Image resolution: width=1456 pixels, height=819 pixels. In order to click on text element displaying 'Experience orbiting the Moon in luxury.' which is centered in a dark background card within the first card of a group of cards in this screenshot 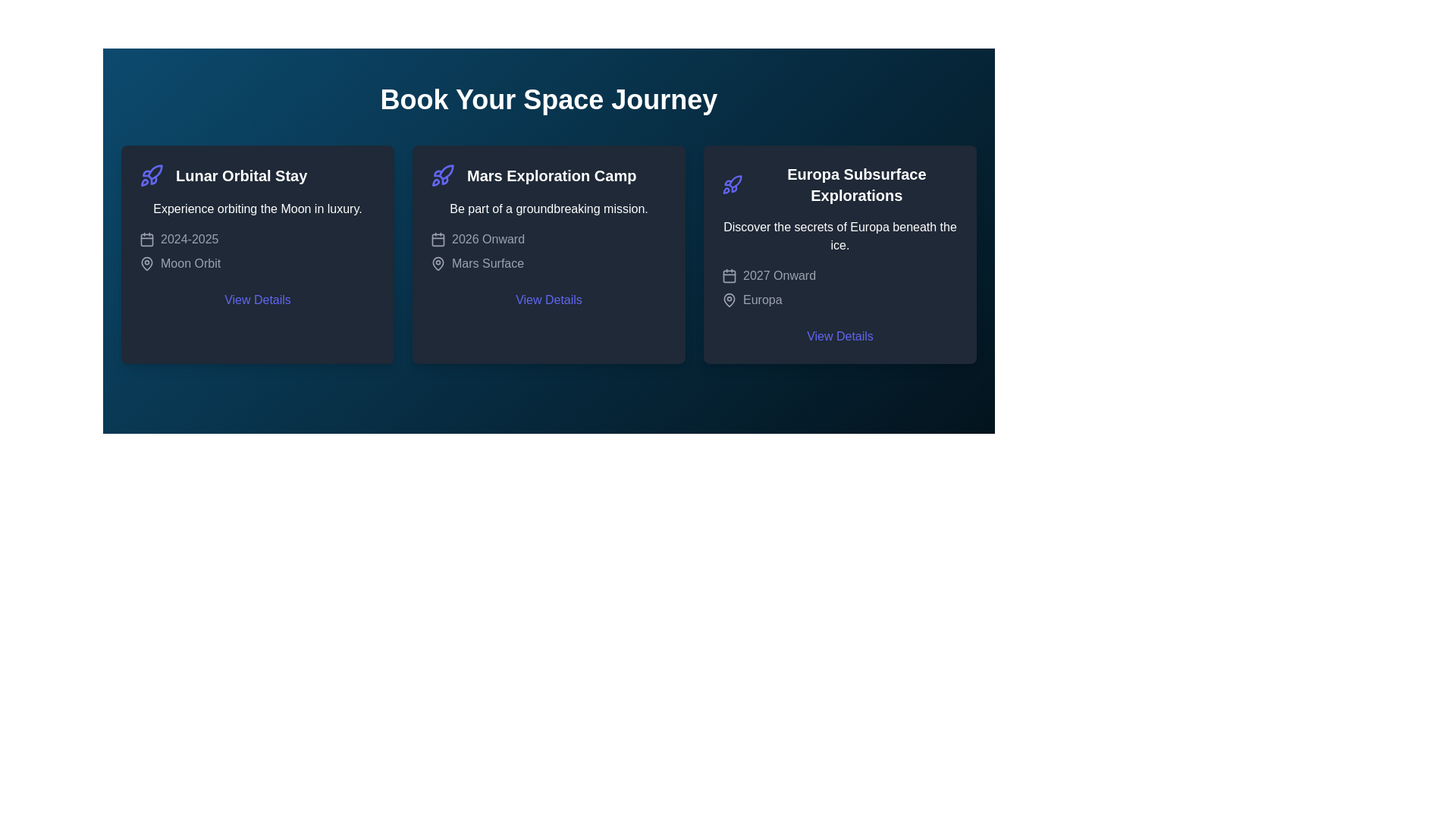, I will do `click(258, 209)`.